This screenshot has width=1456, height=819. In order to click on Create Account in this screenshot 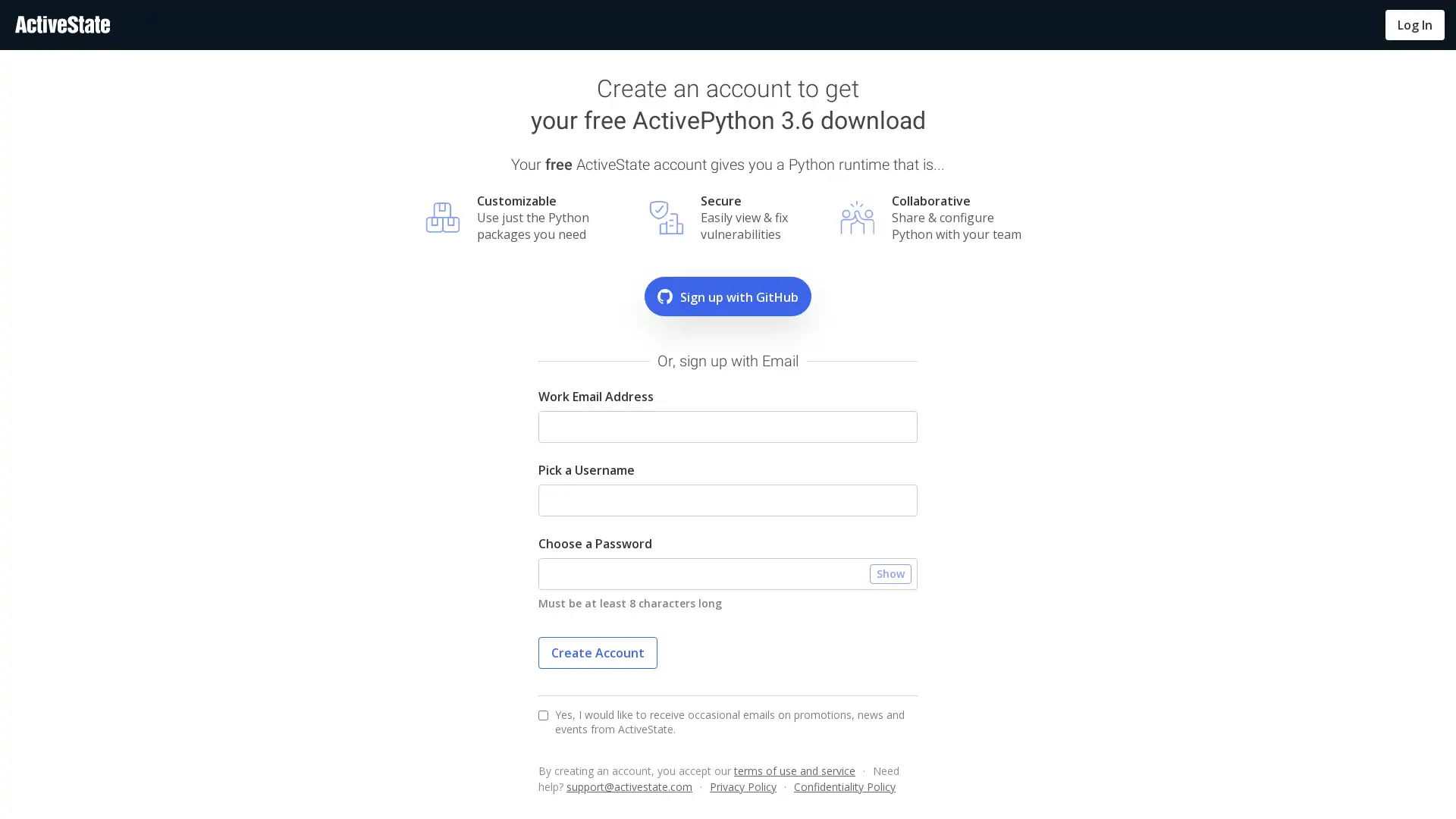, I will do `click(597, 651)`.